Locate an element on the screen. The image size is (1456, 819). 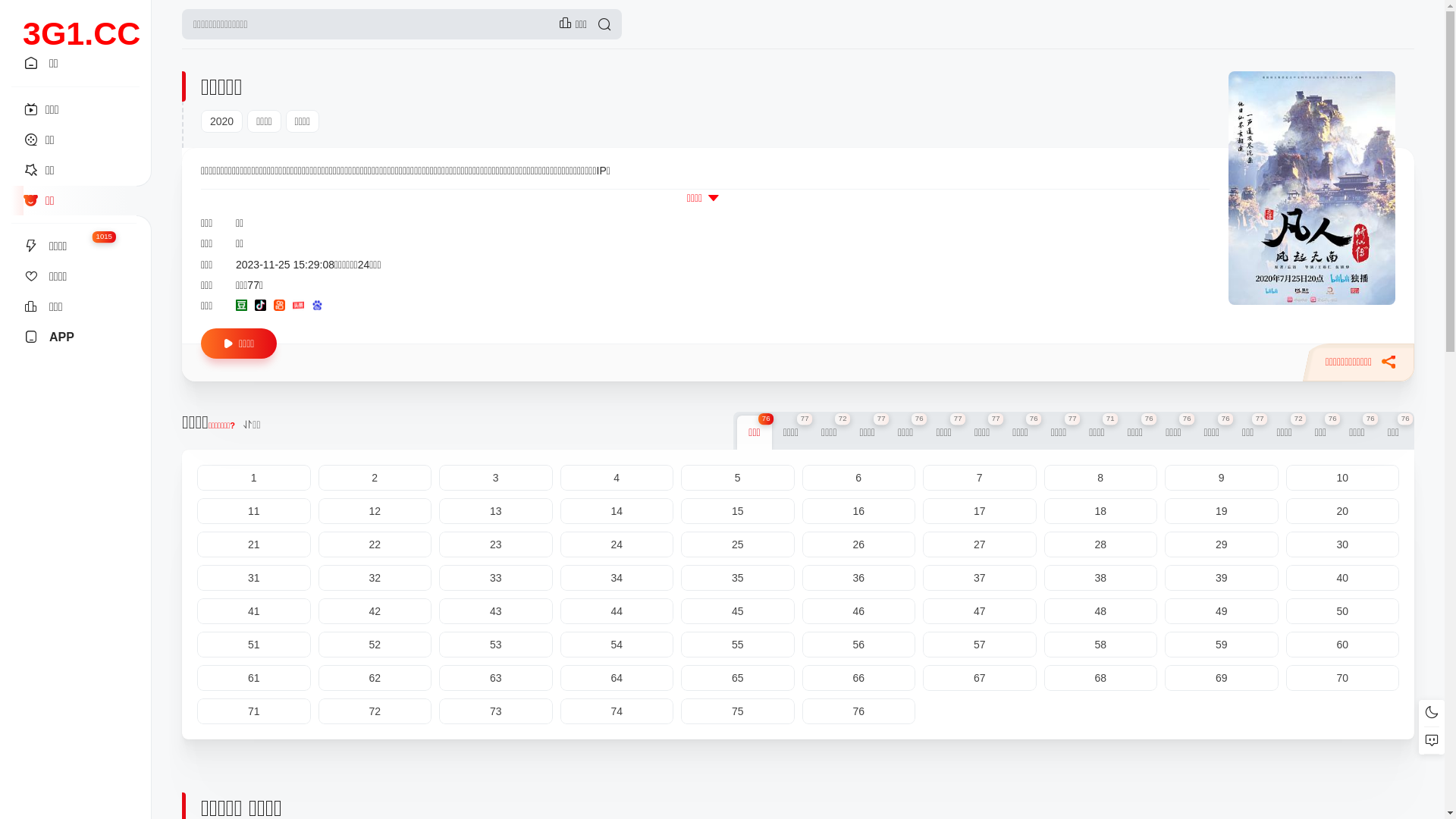
'8' is located at coordinates (1043, 476).